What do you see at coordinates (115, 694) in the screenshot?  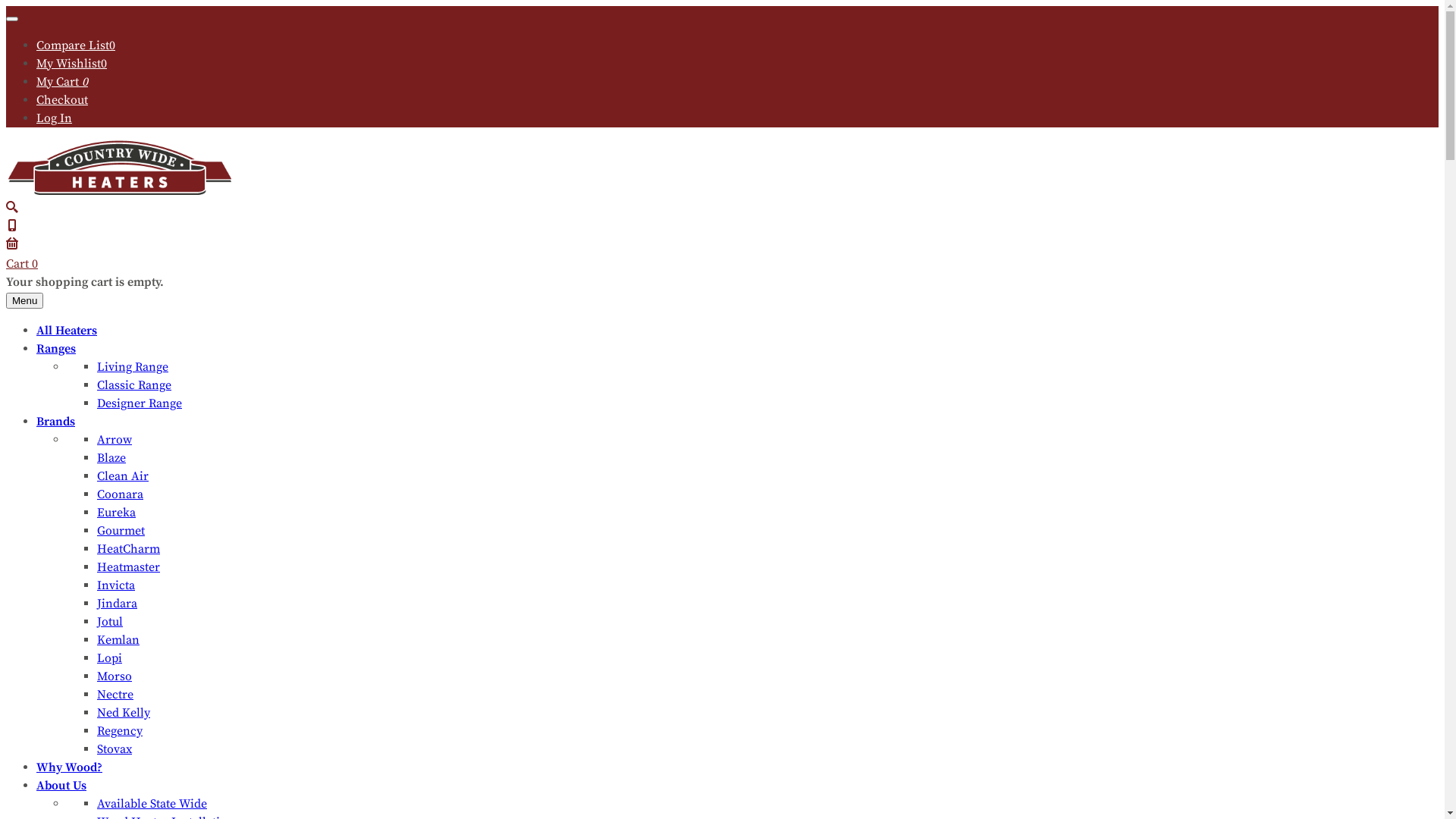 I see `'Nectre'` at bounding box center [115, 694].